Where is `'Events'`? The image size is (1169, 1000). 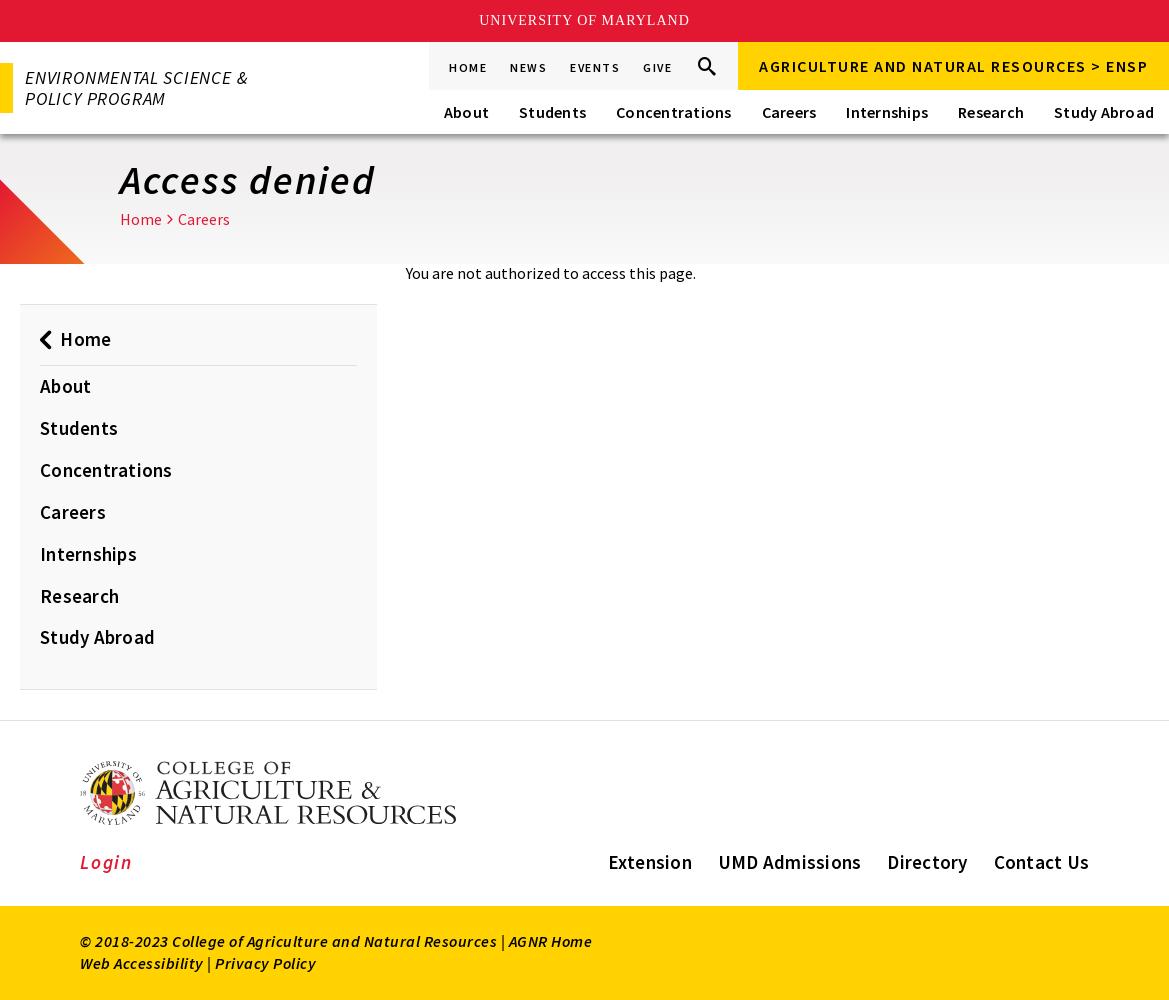
'Events' is located at coordinates (594, 66).